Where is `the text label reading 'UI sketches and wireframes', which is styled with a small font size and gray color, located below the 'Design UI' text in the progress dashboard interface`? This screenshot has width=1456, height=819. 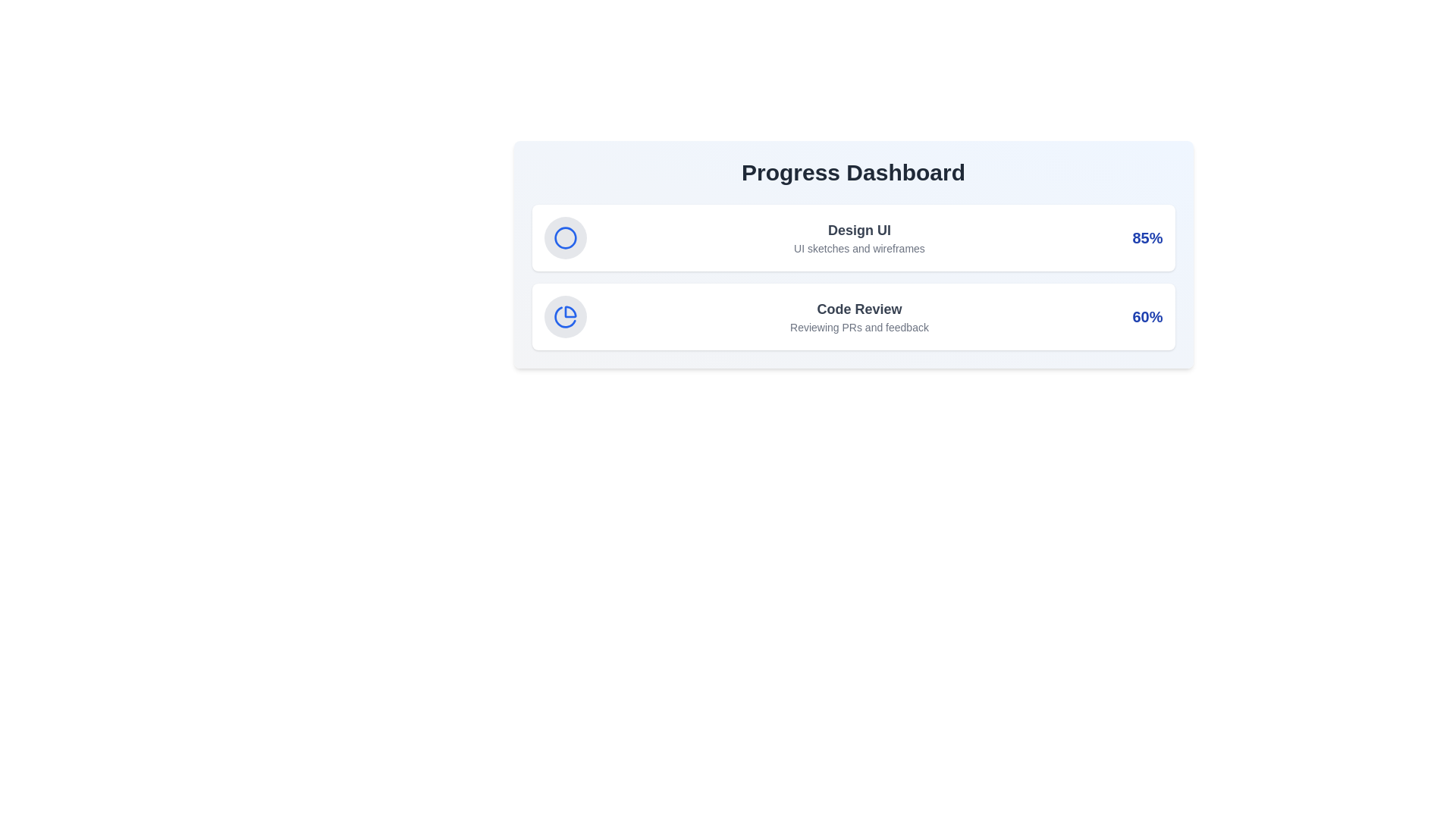
the text label reading 'UI sketches and wireframes', which is styled with a small font size and gray color, located below the 'Design UI' text in the progress dashboard interface is located at coordinates (859, 247).